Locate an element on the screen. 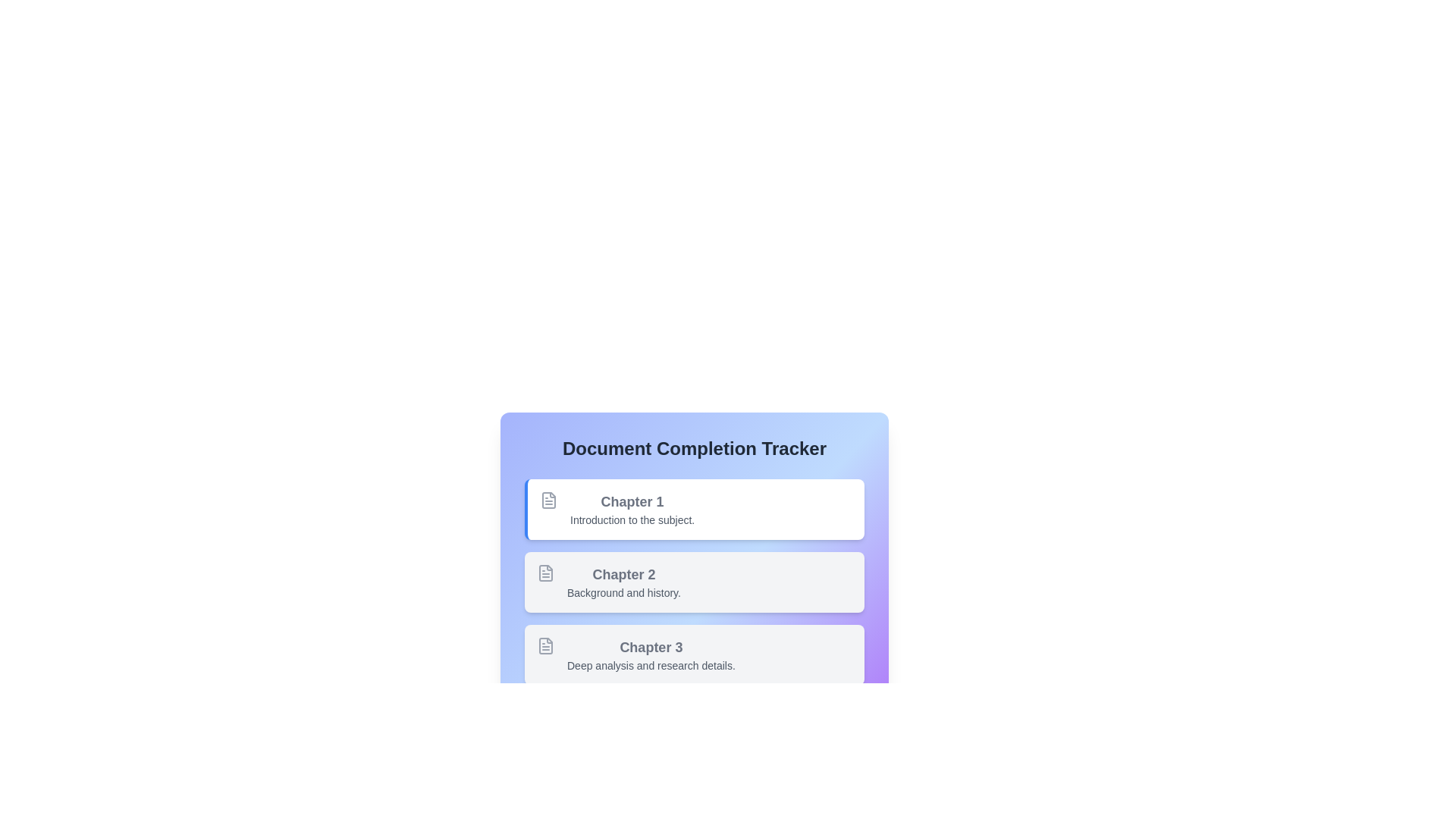 The image size is (1456, 819). the document icon, which is an outlined file shape in gray, located to the left of the text 'Chapter 2 Background and history.' is located at coordinates (546, 573).